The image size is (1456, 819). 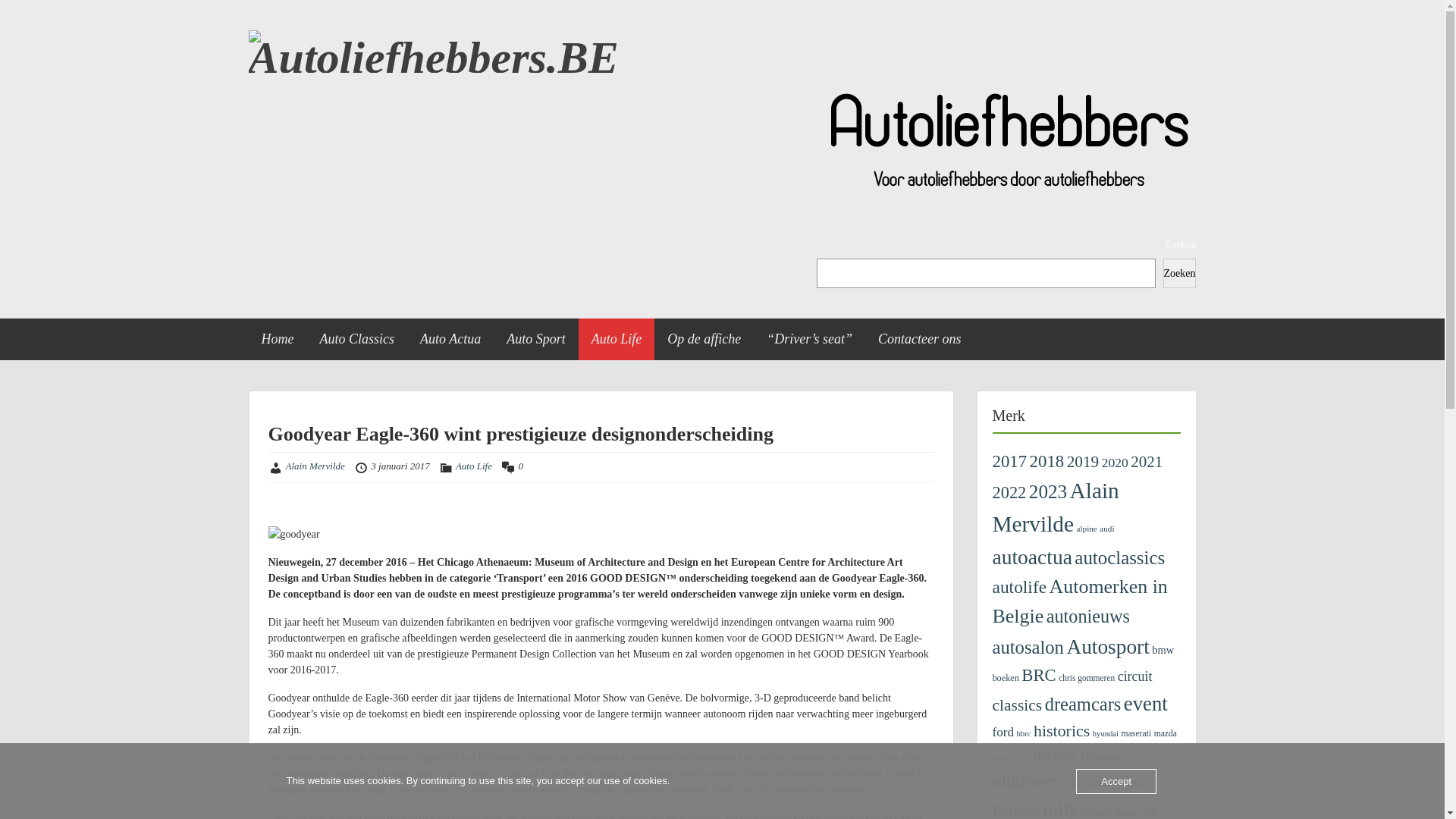 I want to click on 'audi', so click(x=1106, y=528).